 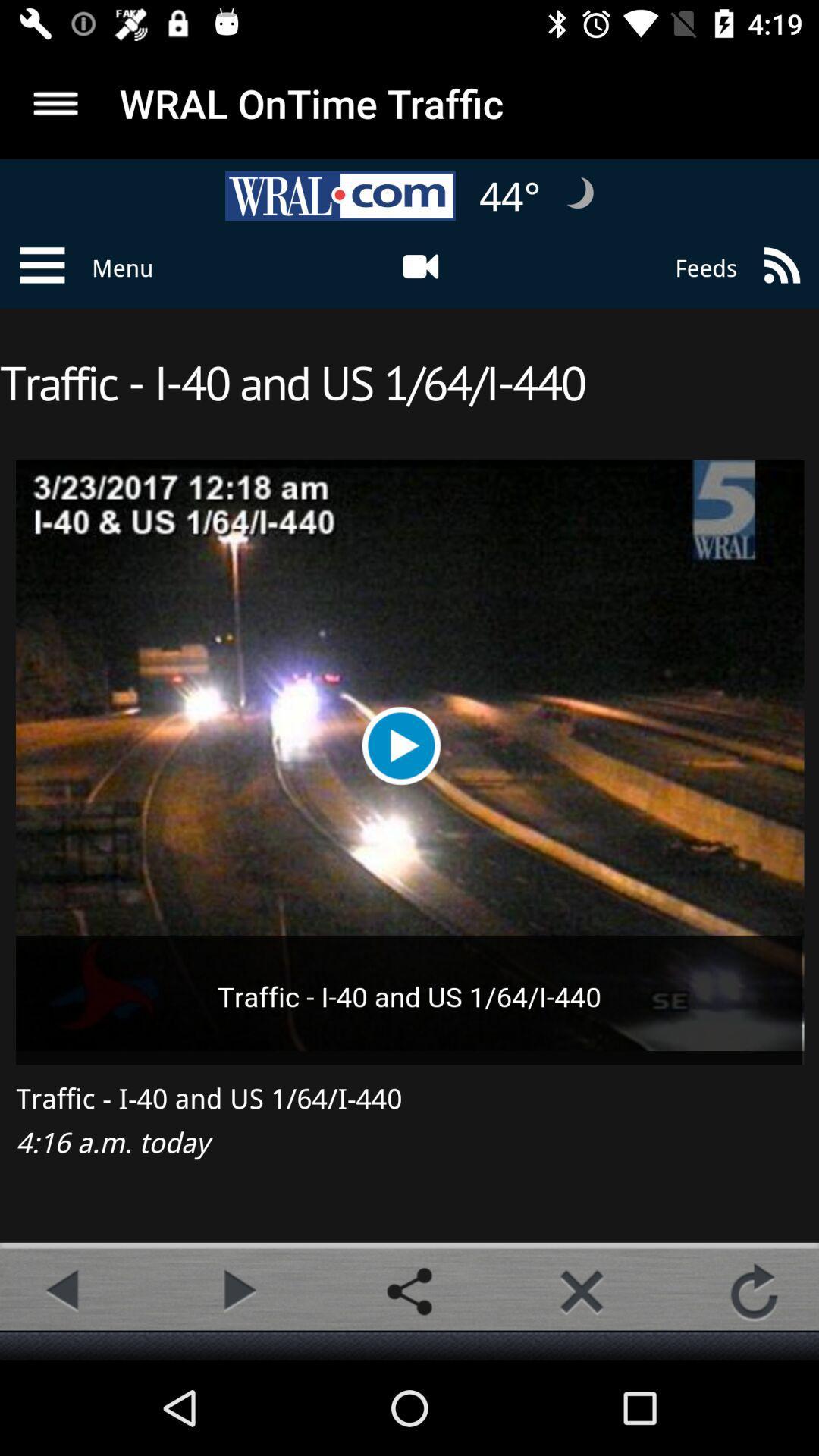 What do you see at coordinates (581, 1291) in the screenshot?
I see `the close icon` at bounding box center [581, 1291].